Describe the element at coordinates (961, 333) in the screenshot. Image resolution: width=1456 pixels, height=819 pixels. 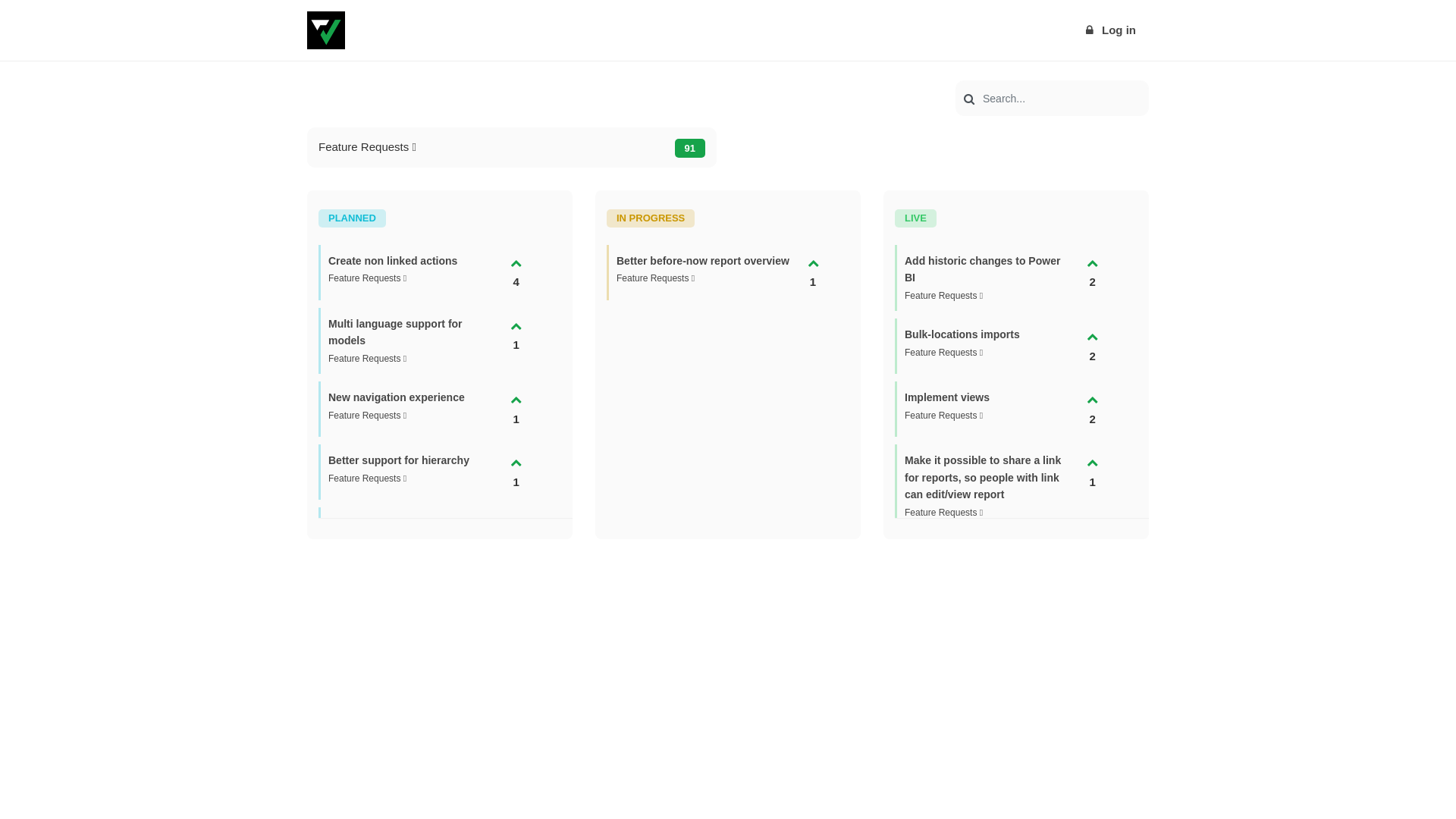
I see `'Bulk-locations imports'` at that location.